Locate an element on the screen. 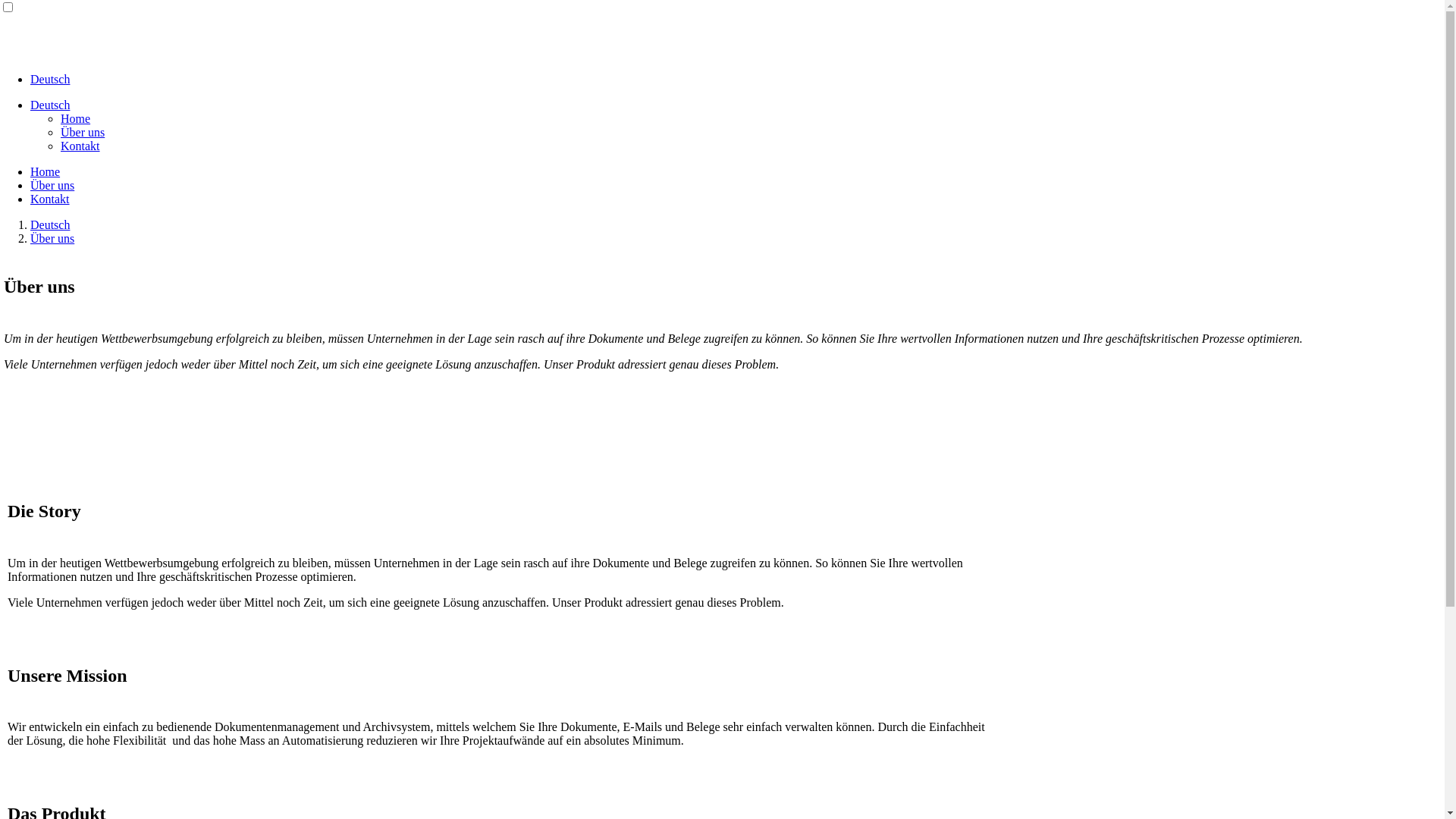 This screenshot has height=819, width=1456. 'Deutsch' is located at coordinates (30, 224).